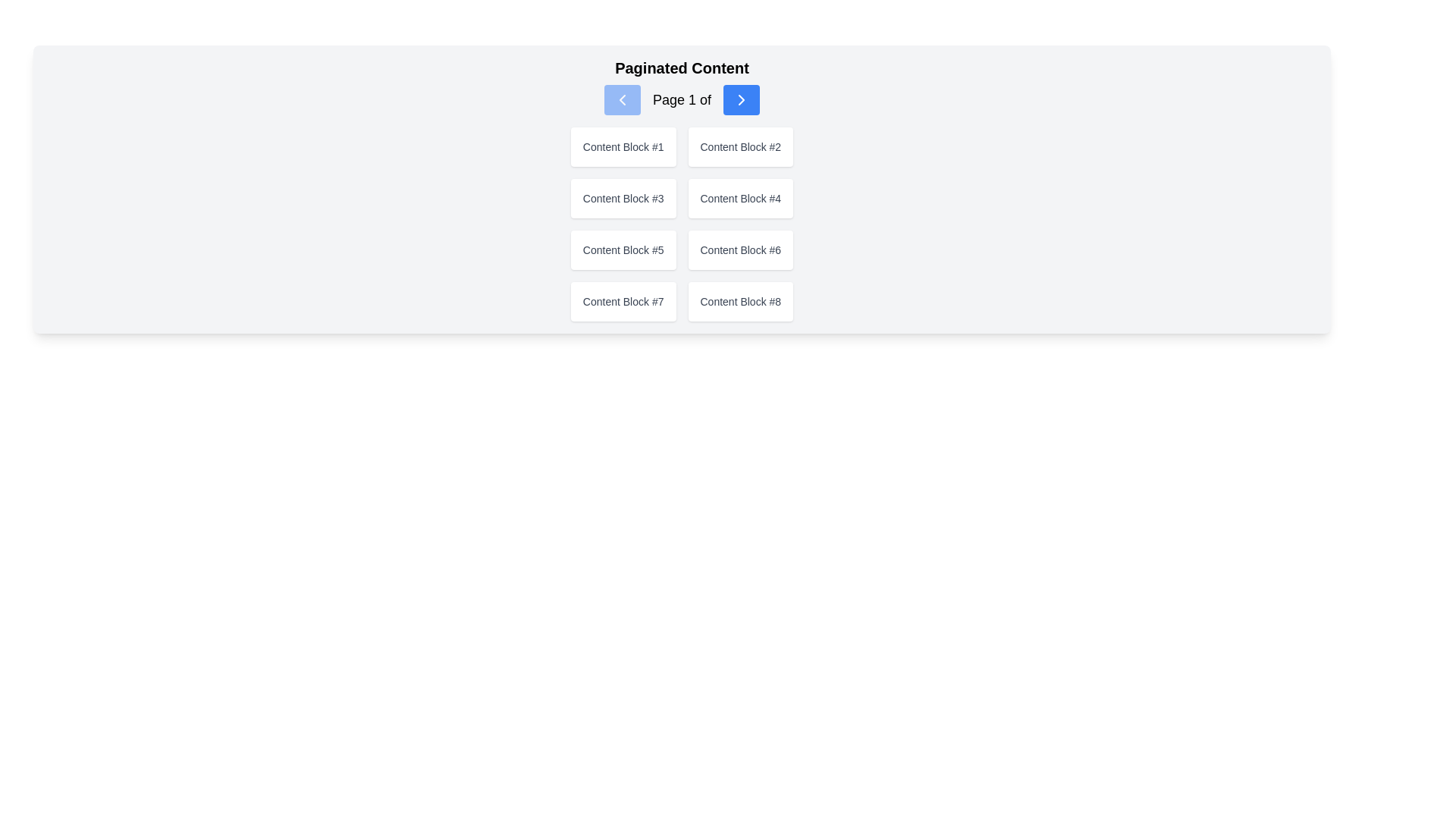 This screenshot has height=819, width=1456. Describe the element at coordinates (740, 146) in the screenshot. I see `the text content of the Content Block #2, which is a rectangular block with a white background and rounded corners, located in the first row, second column of the grid layout` at that location.